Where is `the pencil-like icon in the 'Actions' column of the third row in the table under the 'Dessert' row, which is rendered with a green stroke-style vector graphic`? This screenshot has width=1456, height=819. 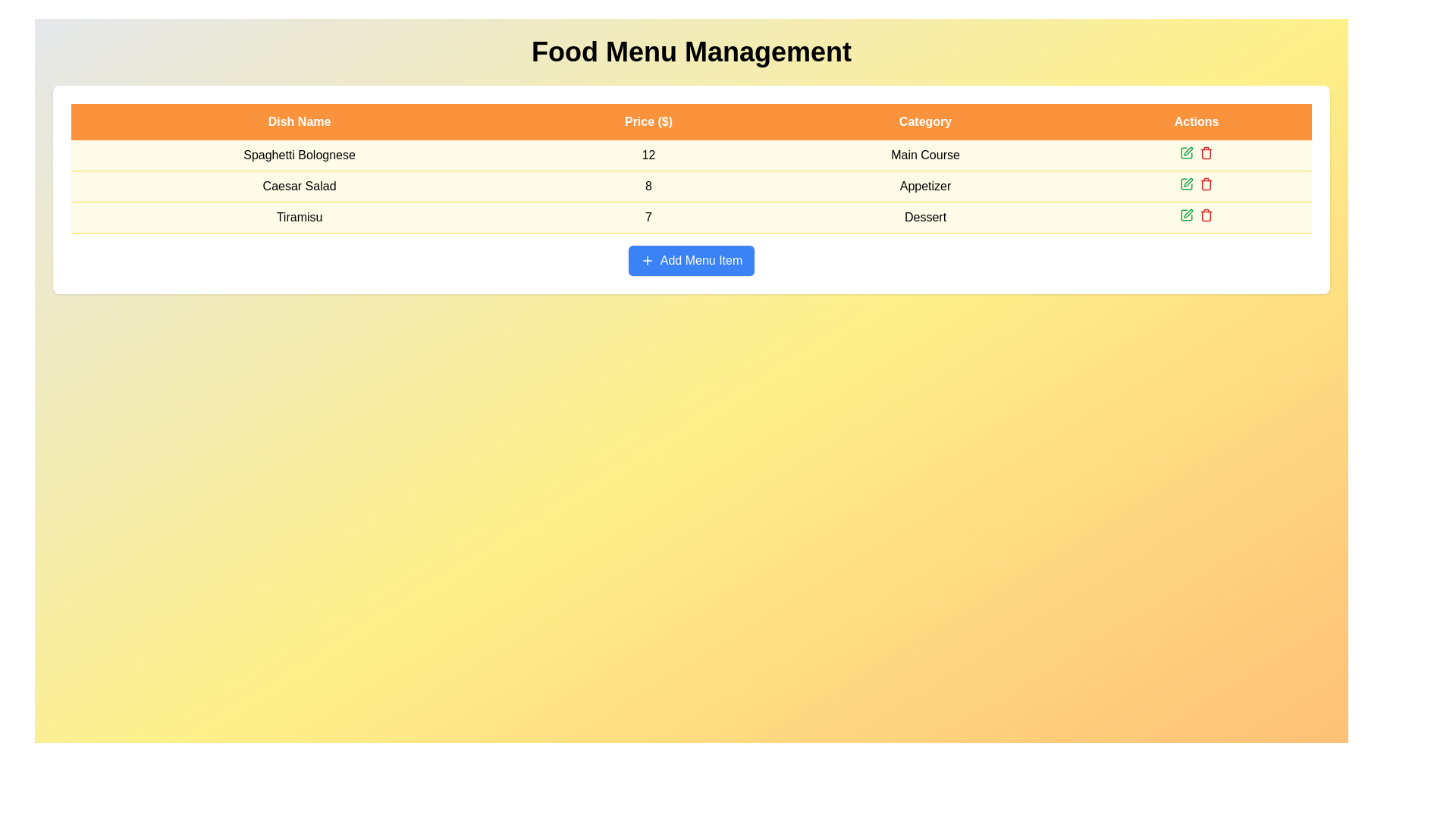 the pencil-like icon in the 'Actions' column of the third row in the table under the 'Dessert' row, which is rendered with a green stroke-style vector graphic is located at coordinates (1185, 152).